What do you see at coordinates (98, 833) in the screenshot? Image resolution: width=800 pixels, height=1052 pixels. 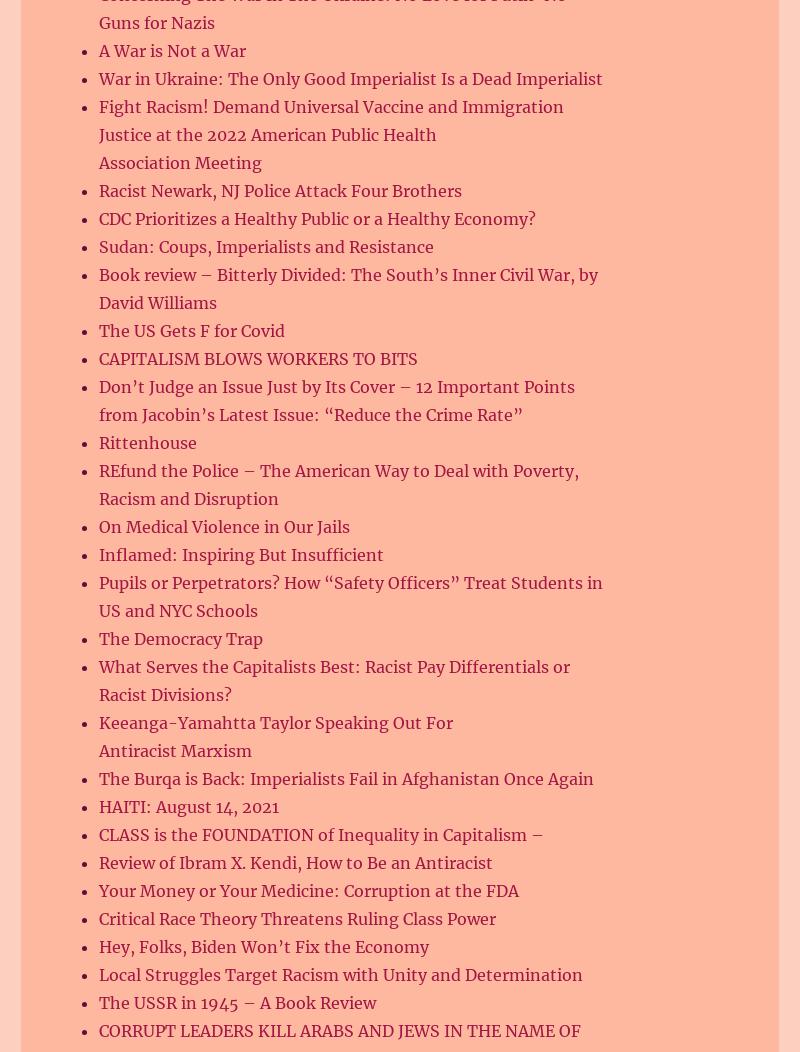 I see `'CLASS is the FOUNDATION of Inequality in Capitalism –'` at bounding box center [98, 833].